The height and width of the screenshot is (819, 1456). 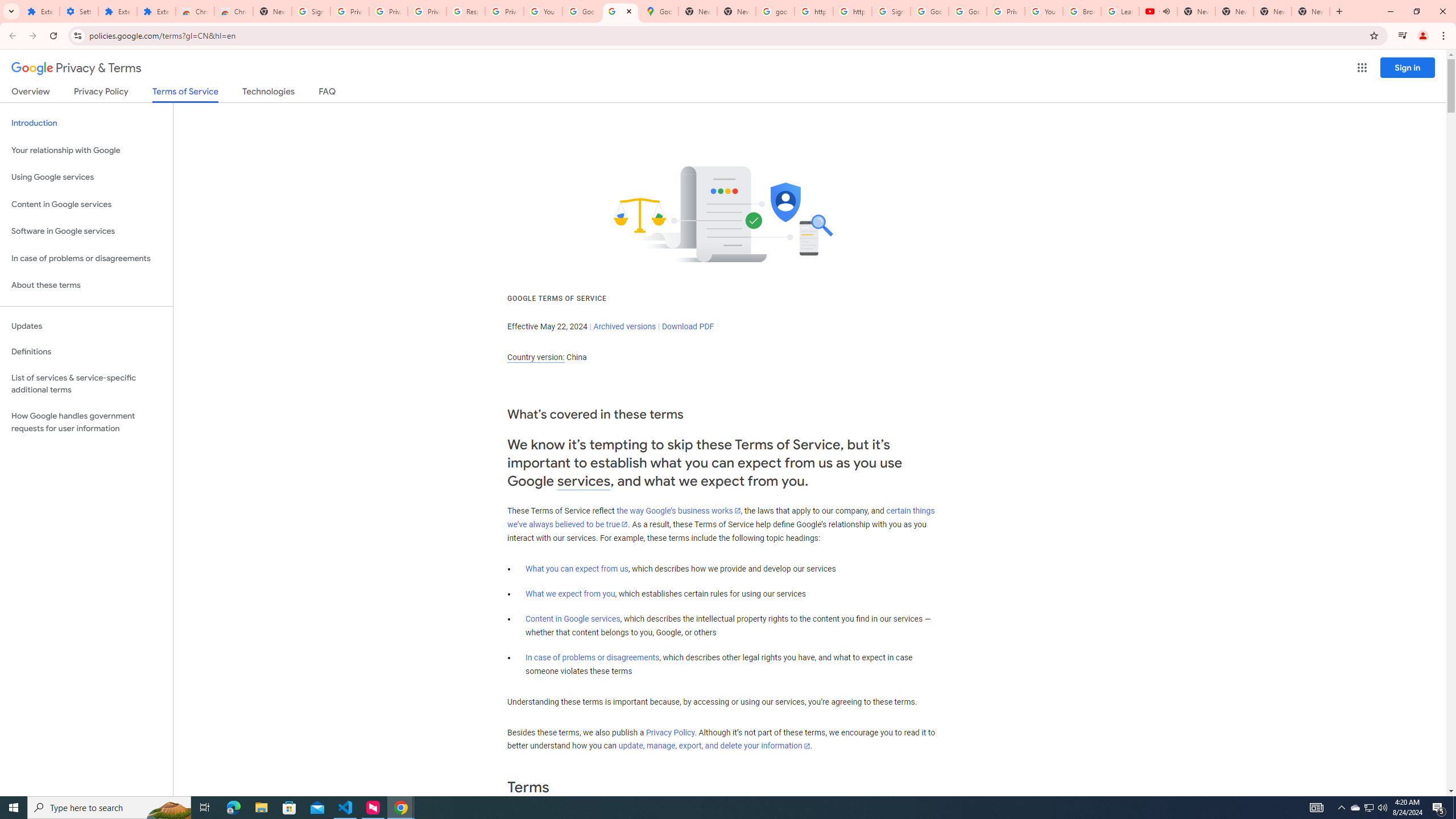 I want to click on 'New Tab', so click(x=1310, y=11).